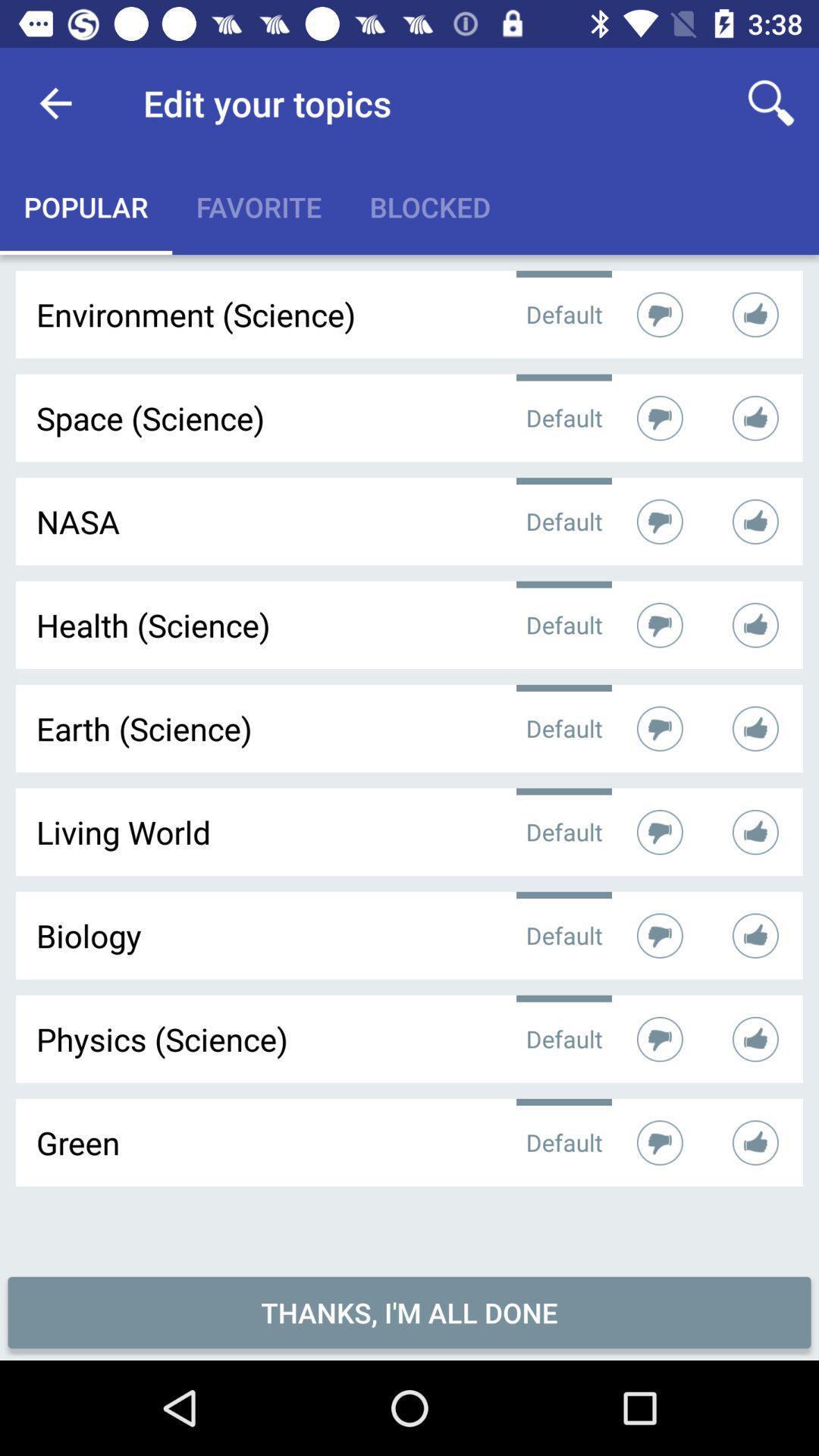  Describe the element at coordinates (771, 102) in the screenshot. I see `the item next to the edit your topics` at that location.